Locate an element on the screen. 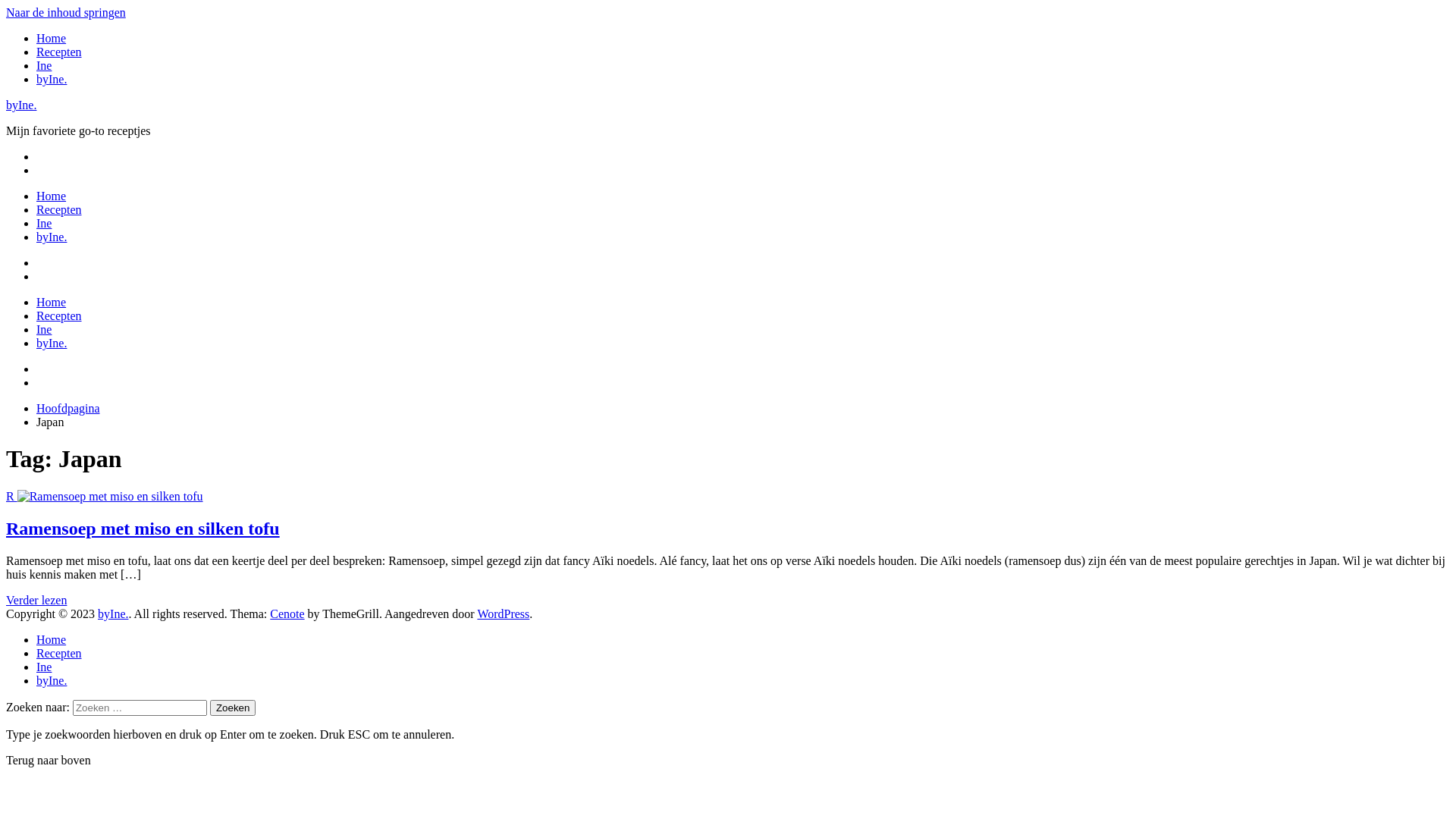 This screenshot has width=1456, height=819. 'Home' is located at coordinates (51, 195).